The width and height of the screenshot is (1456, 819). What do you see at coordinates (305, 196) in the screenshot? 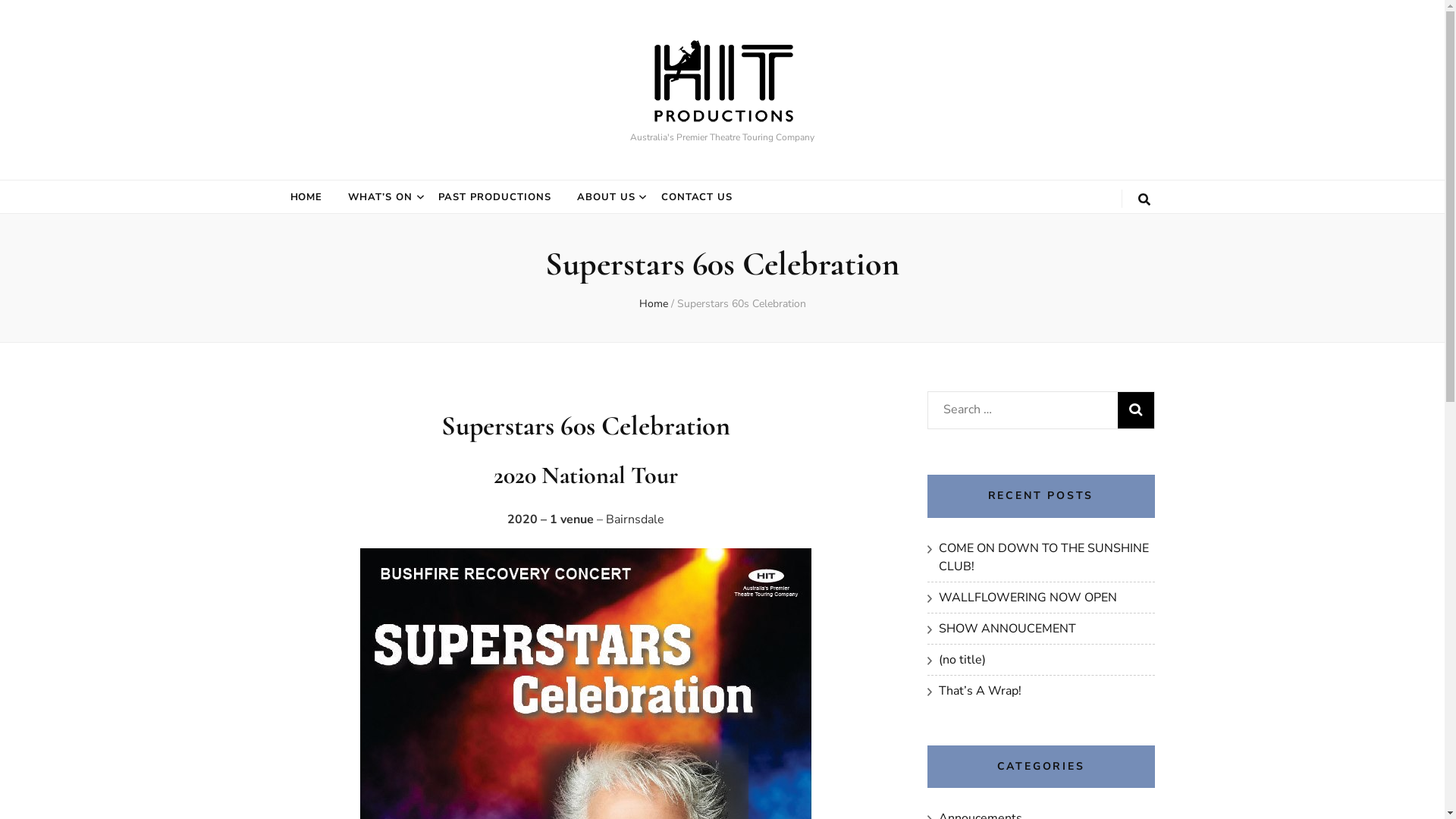
I see `'HOME'` at bounding box center [305, 196].